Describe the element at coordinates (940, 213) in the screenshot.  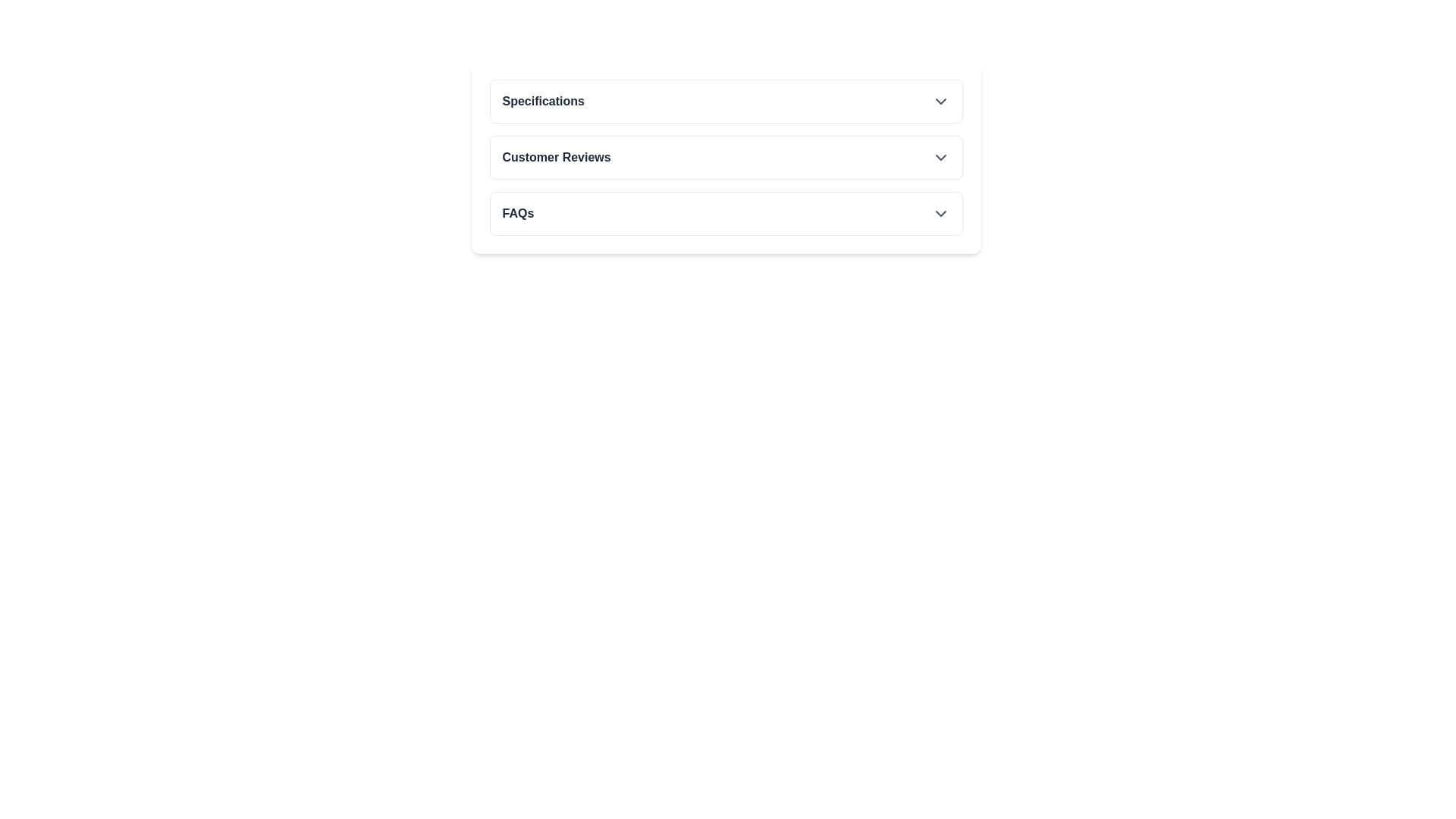
I see `the toggle icon for the 'FAQs' section` at that location.